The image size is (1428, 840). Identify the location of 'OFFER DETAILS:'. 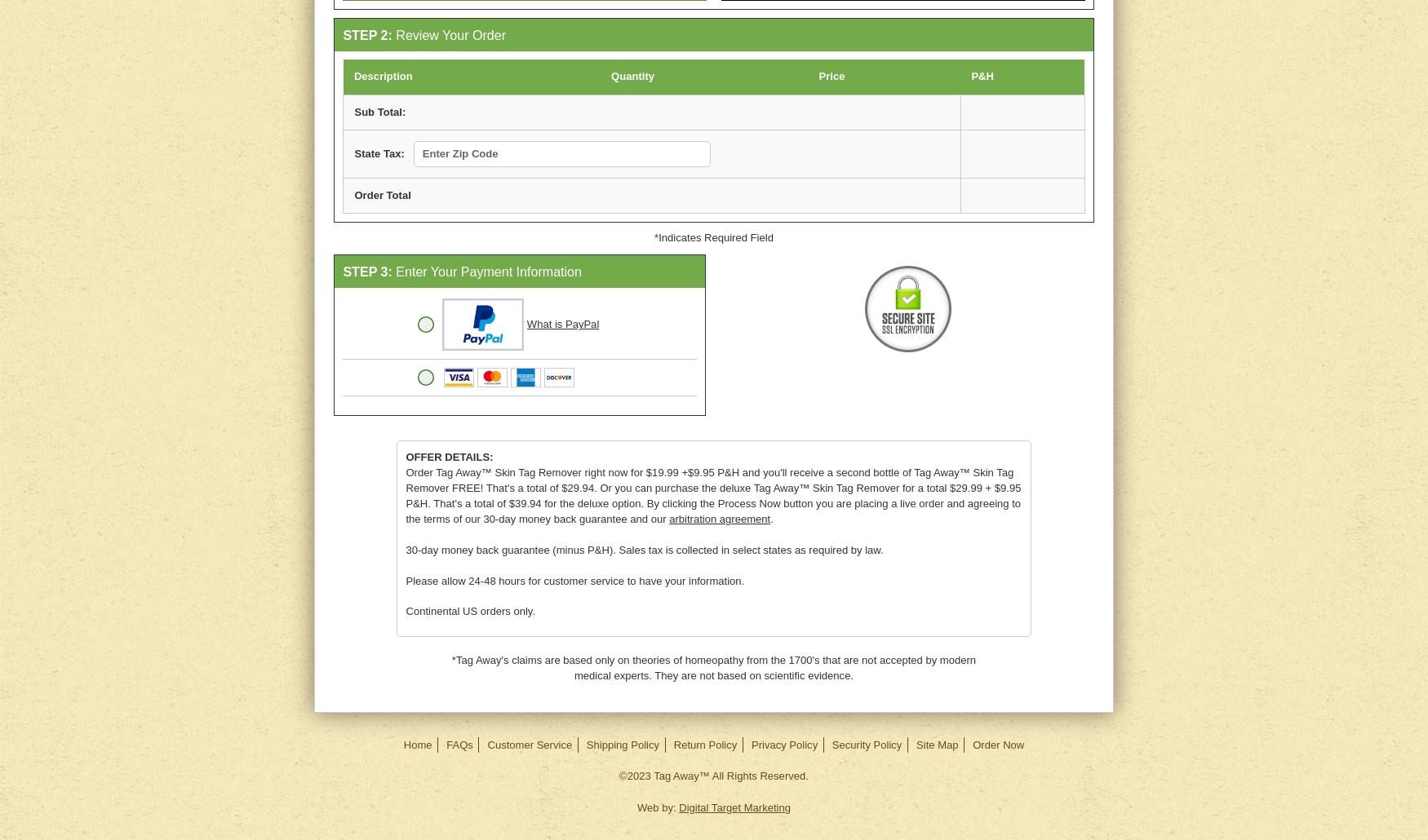
(448, 457).